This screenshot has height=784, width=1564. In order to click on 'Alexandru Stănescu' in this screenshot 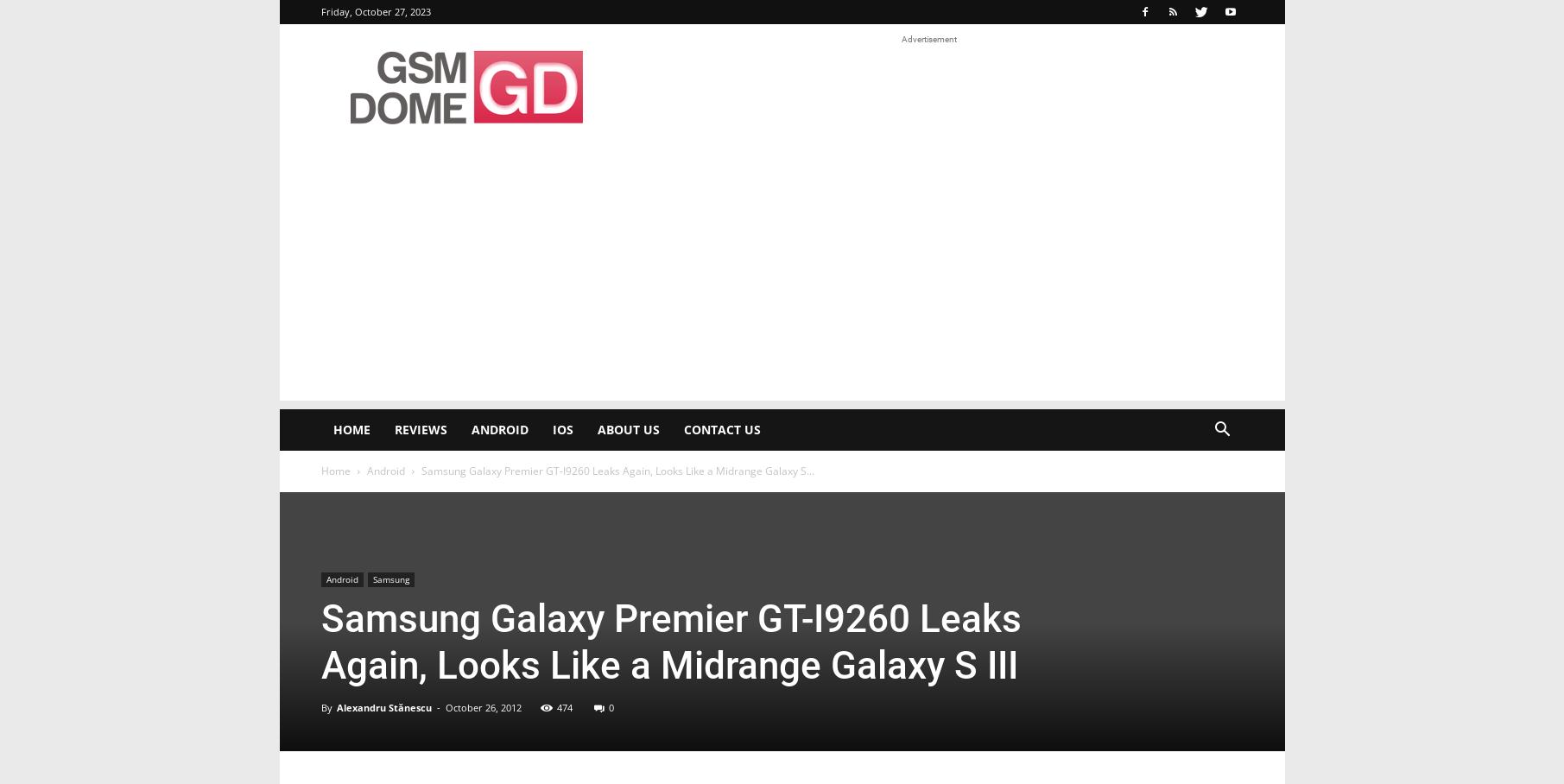, I will do `click(383, 707)`.